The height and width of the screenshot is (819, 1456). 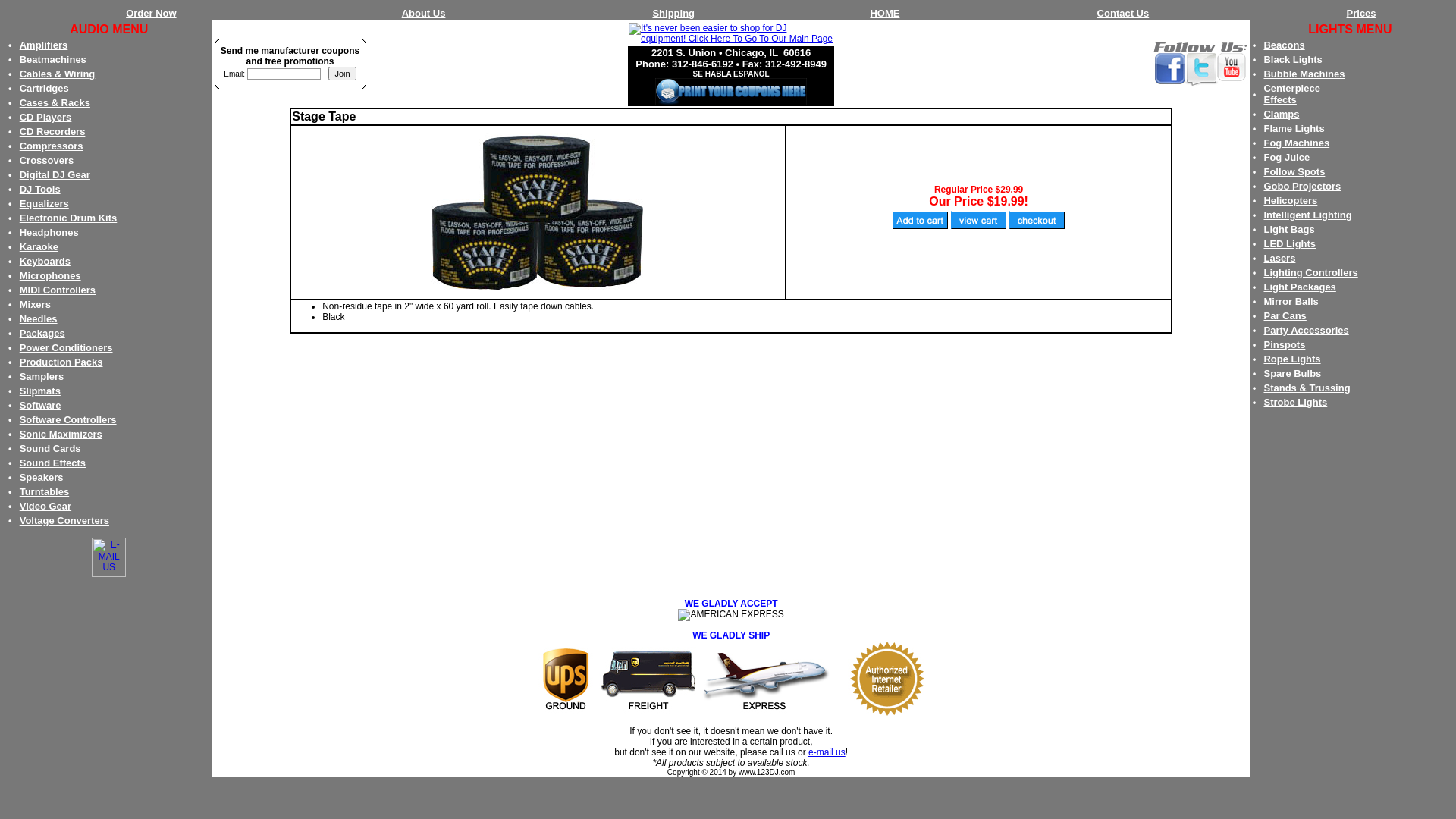 I want to click on 'Electronic Drum Kits', so click(x=67, y=218).